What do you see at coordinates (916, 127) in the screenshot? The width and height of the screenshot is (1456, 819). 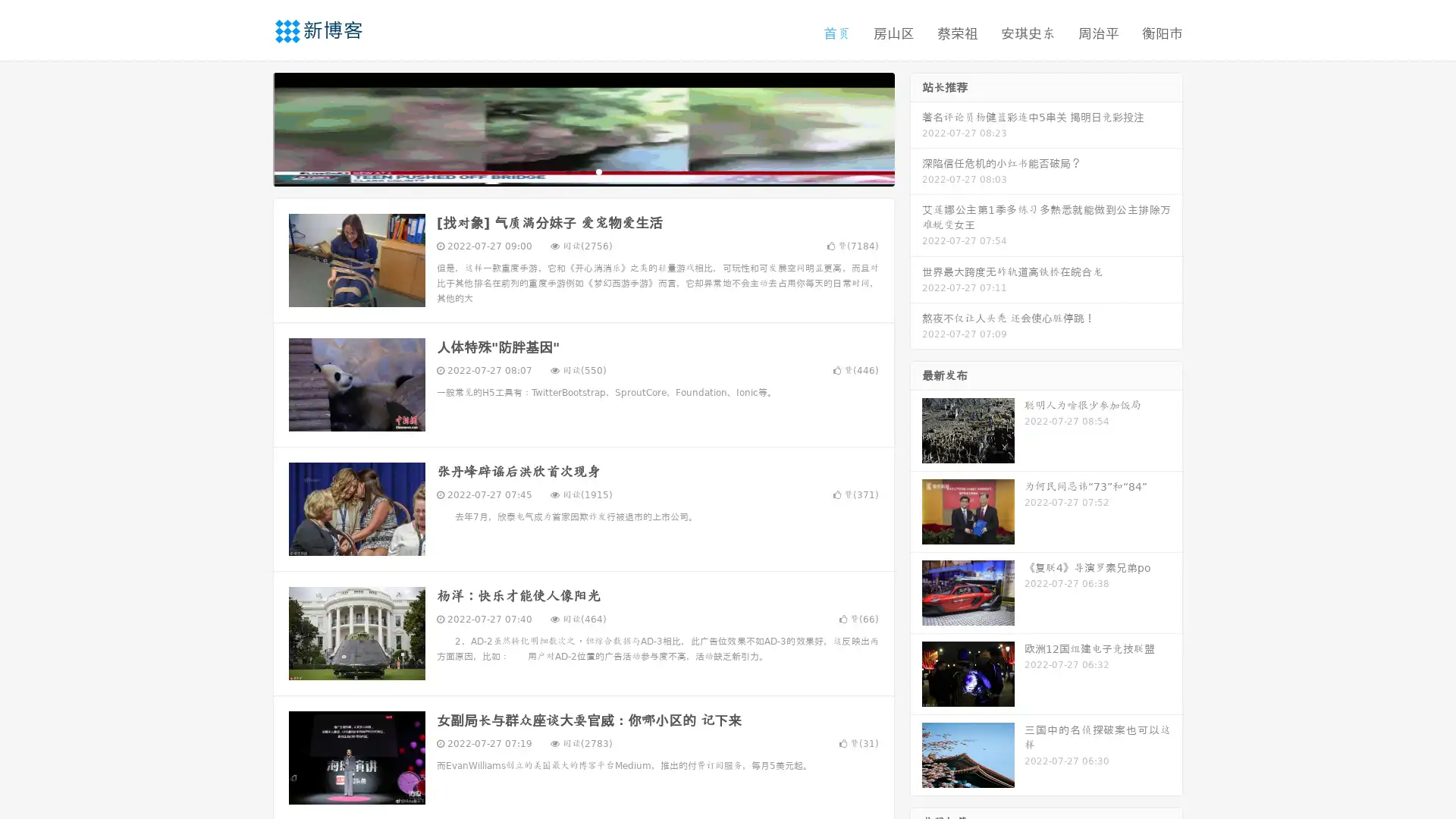 I see `Next slide` at bounding box center [916, 127].